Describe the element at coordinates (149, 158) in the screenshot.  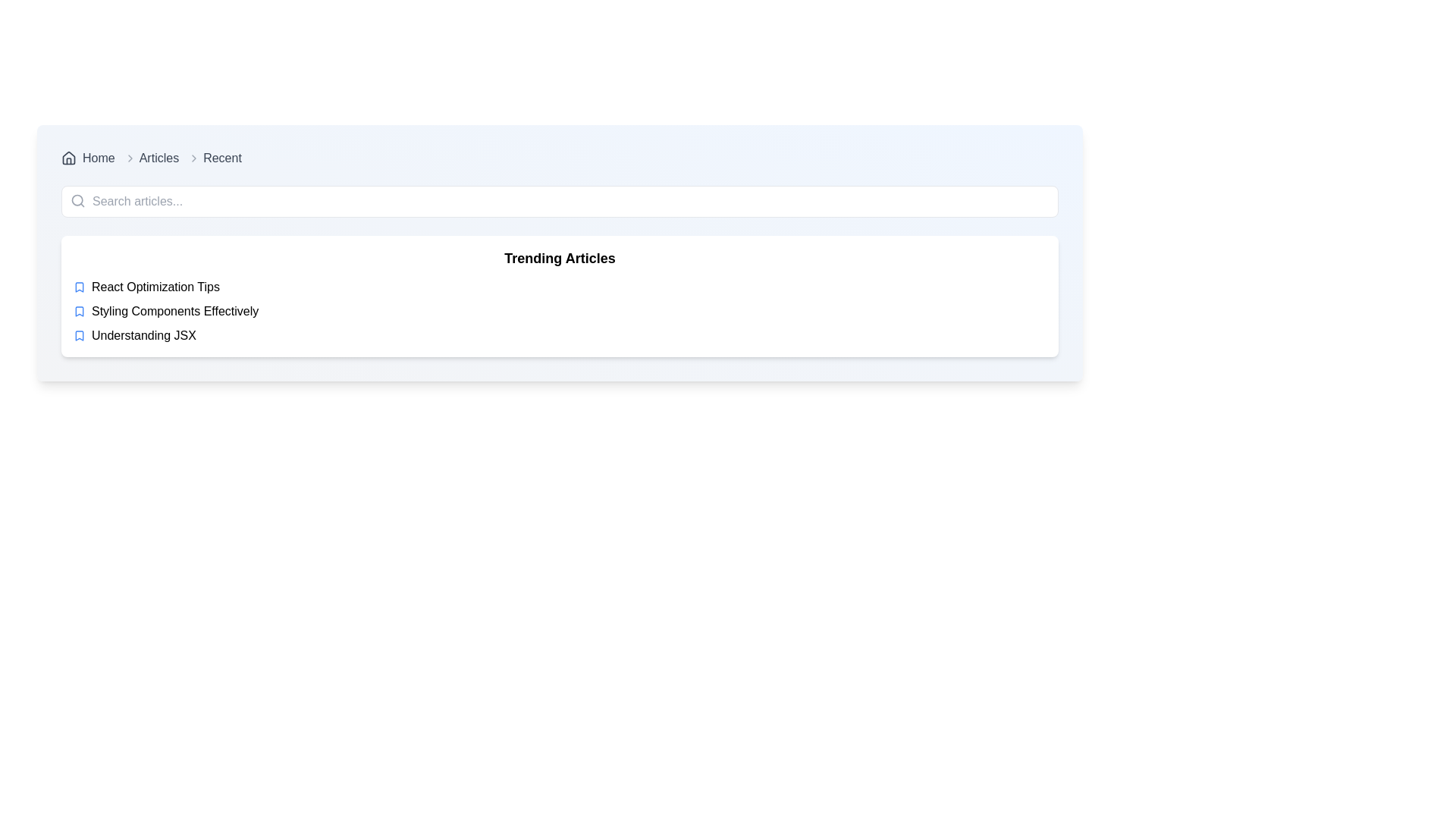
I see `the second breadcrumb link in the top navigation area` at that location.